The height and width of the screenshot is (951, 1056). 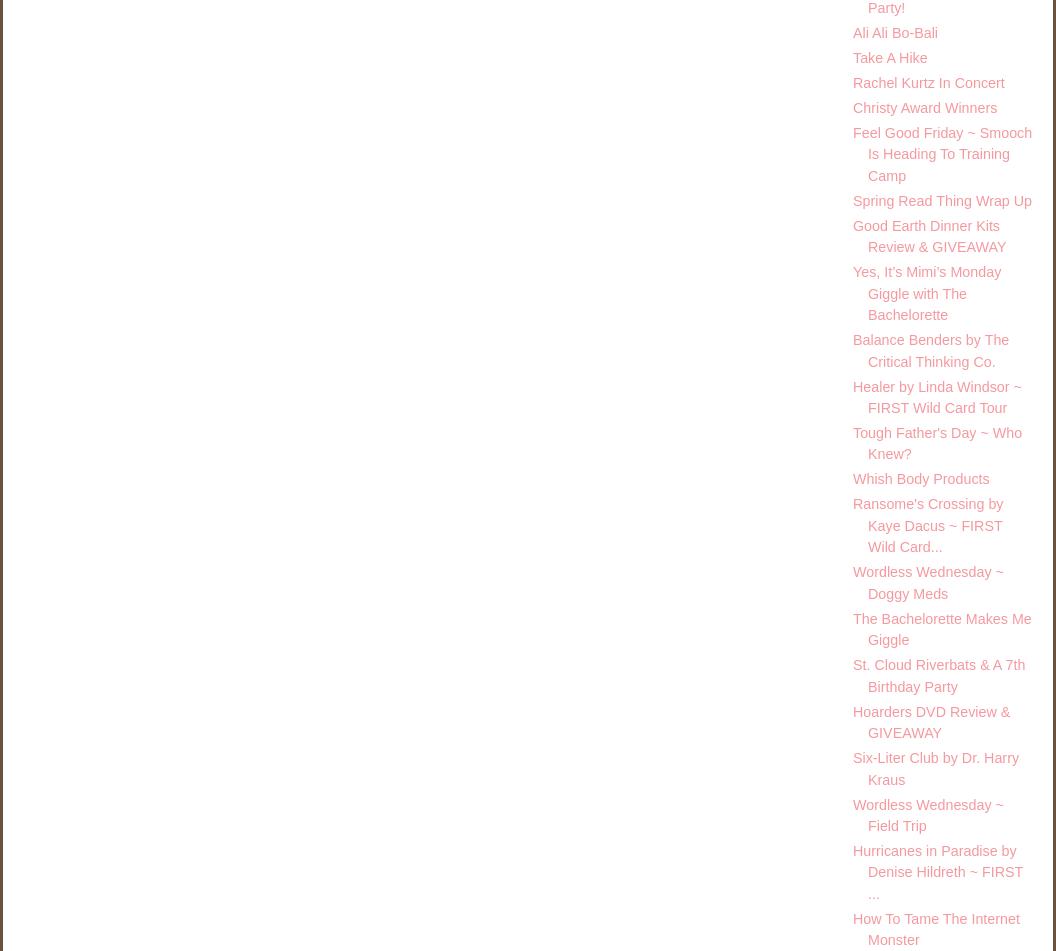 I want to click on 'Whish Body Products', so click(x=920, y=478).